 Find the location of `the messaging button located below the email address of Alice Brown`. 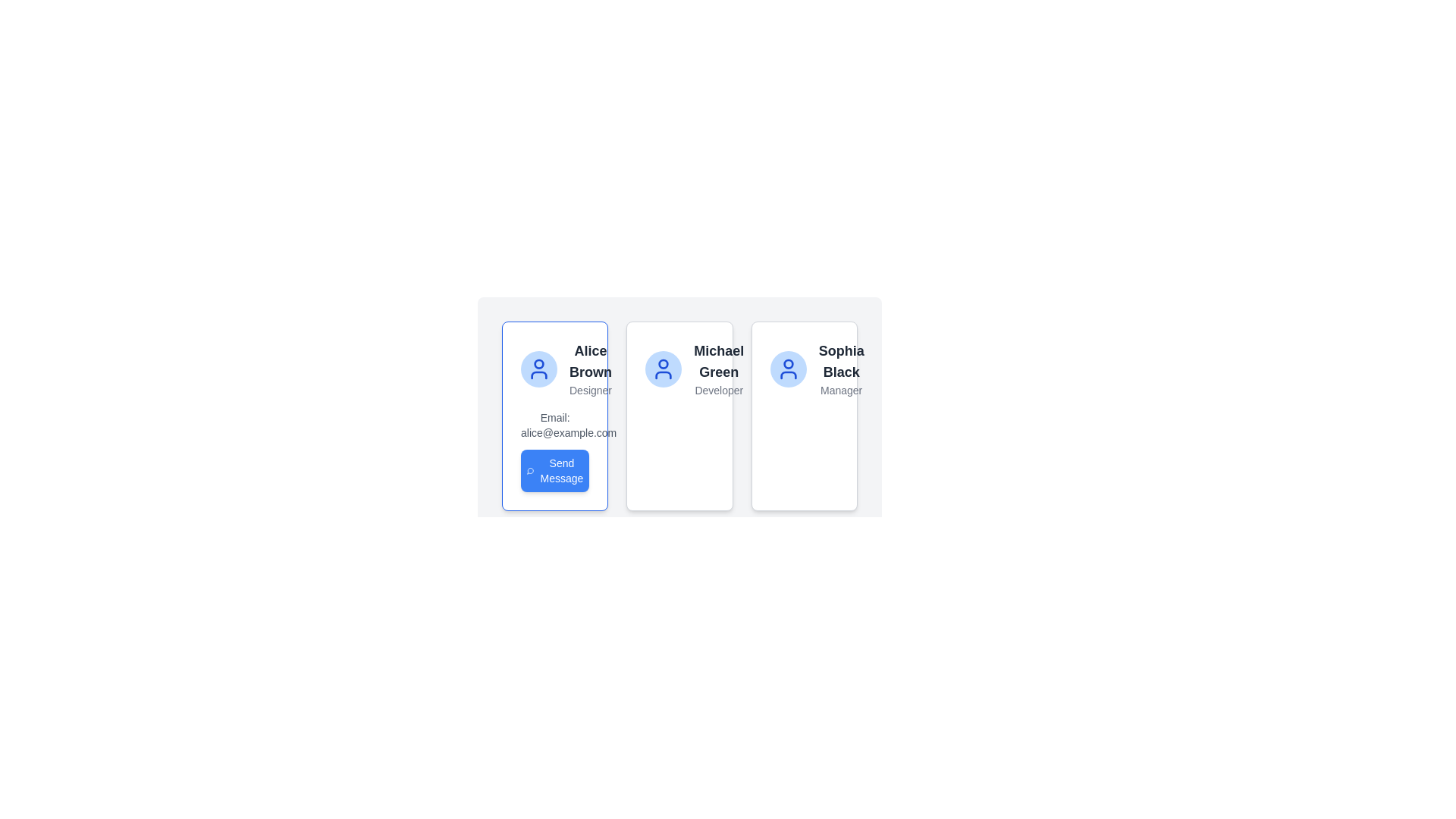

the messaging button located below the email address of Alice Brown is located at coordinates (560, 470).